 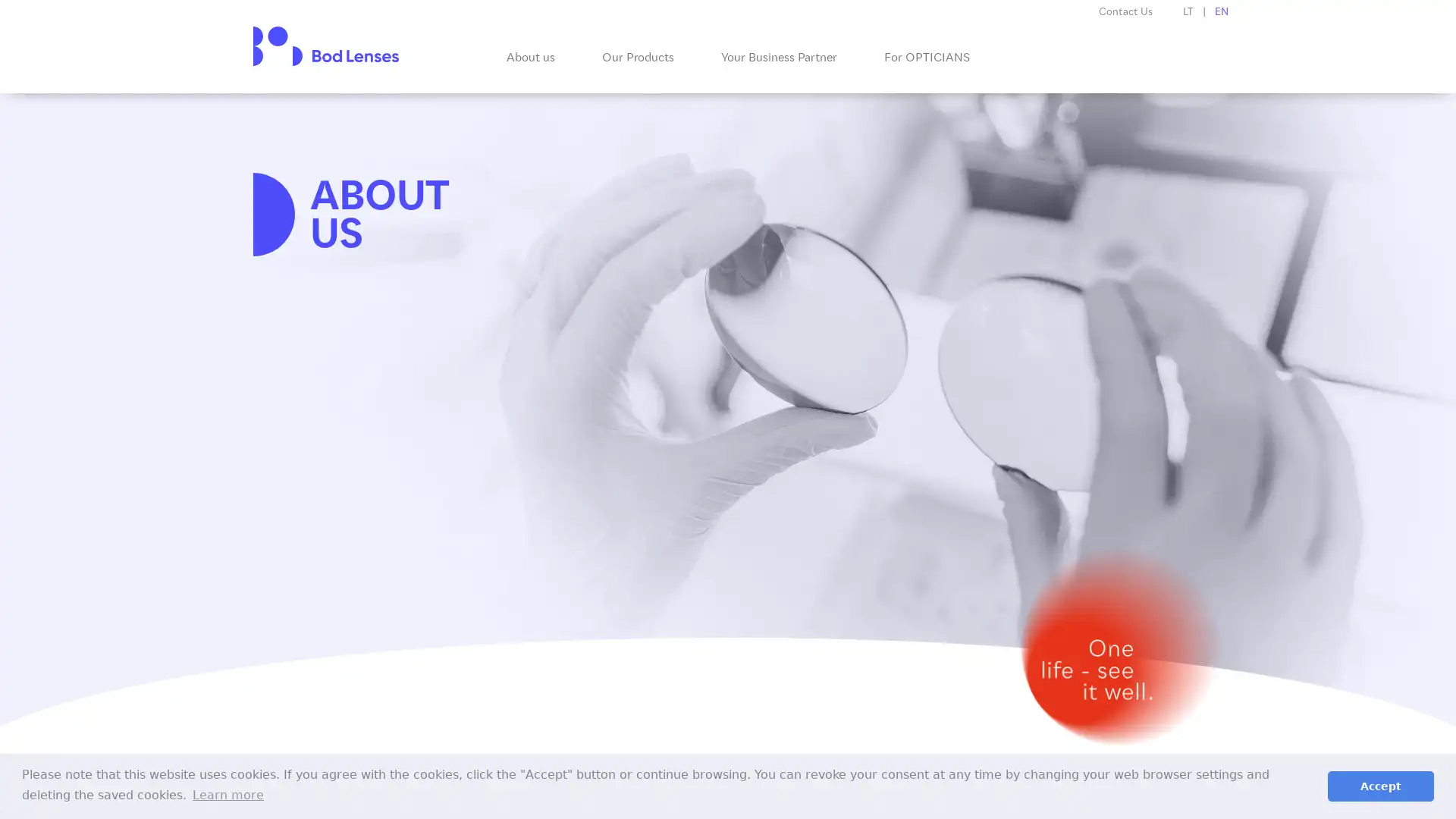 What do you see at coordinates (1380, 785) in the screenshot?
I see `dismiss cookie message` at bounding box center [1380, 785].